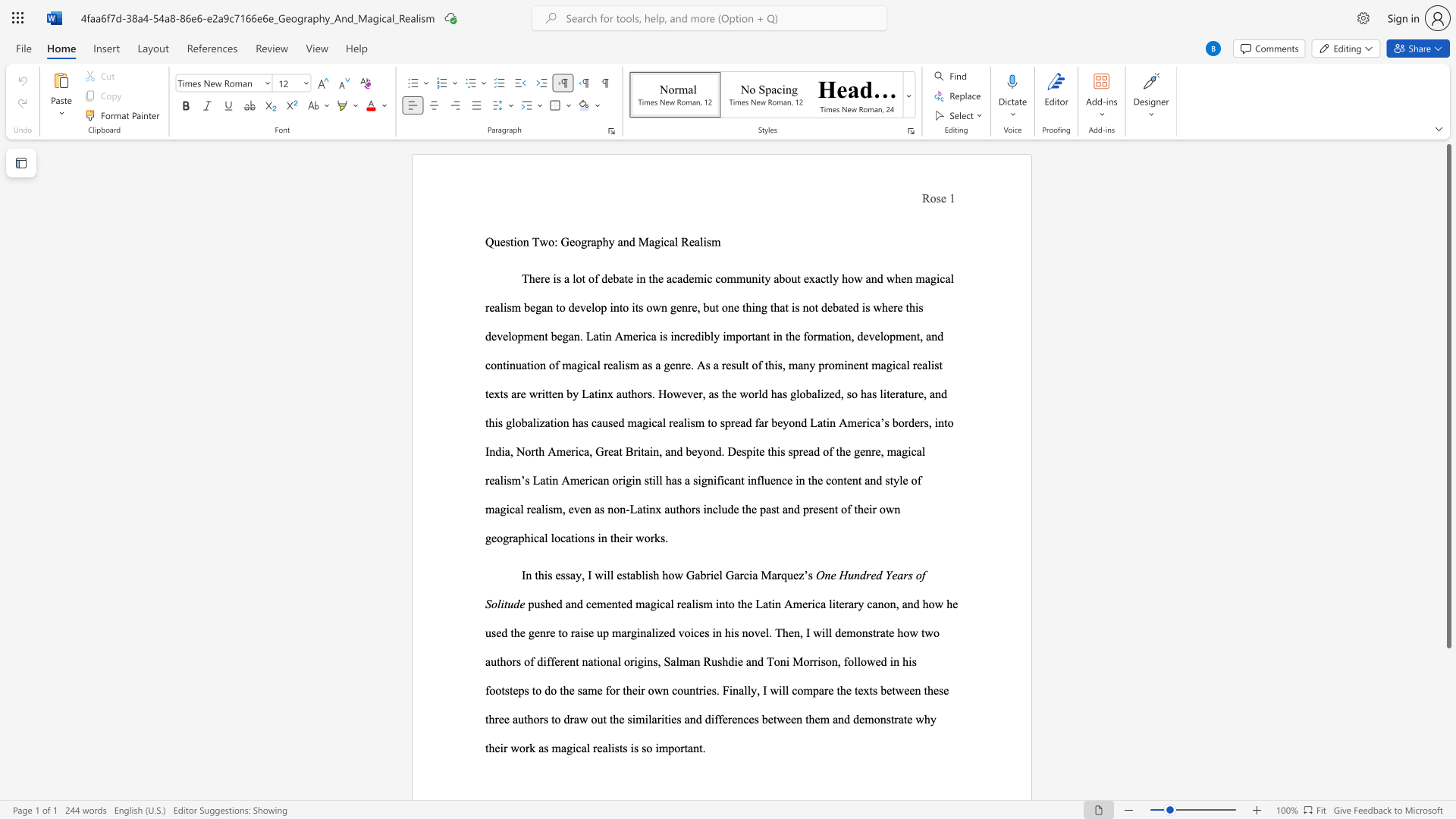  Describe the element at coordinates (909, 718) in the screenshot. I see `the 2th character "e" in the text` at that location.